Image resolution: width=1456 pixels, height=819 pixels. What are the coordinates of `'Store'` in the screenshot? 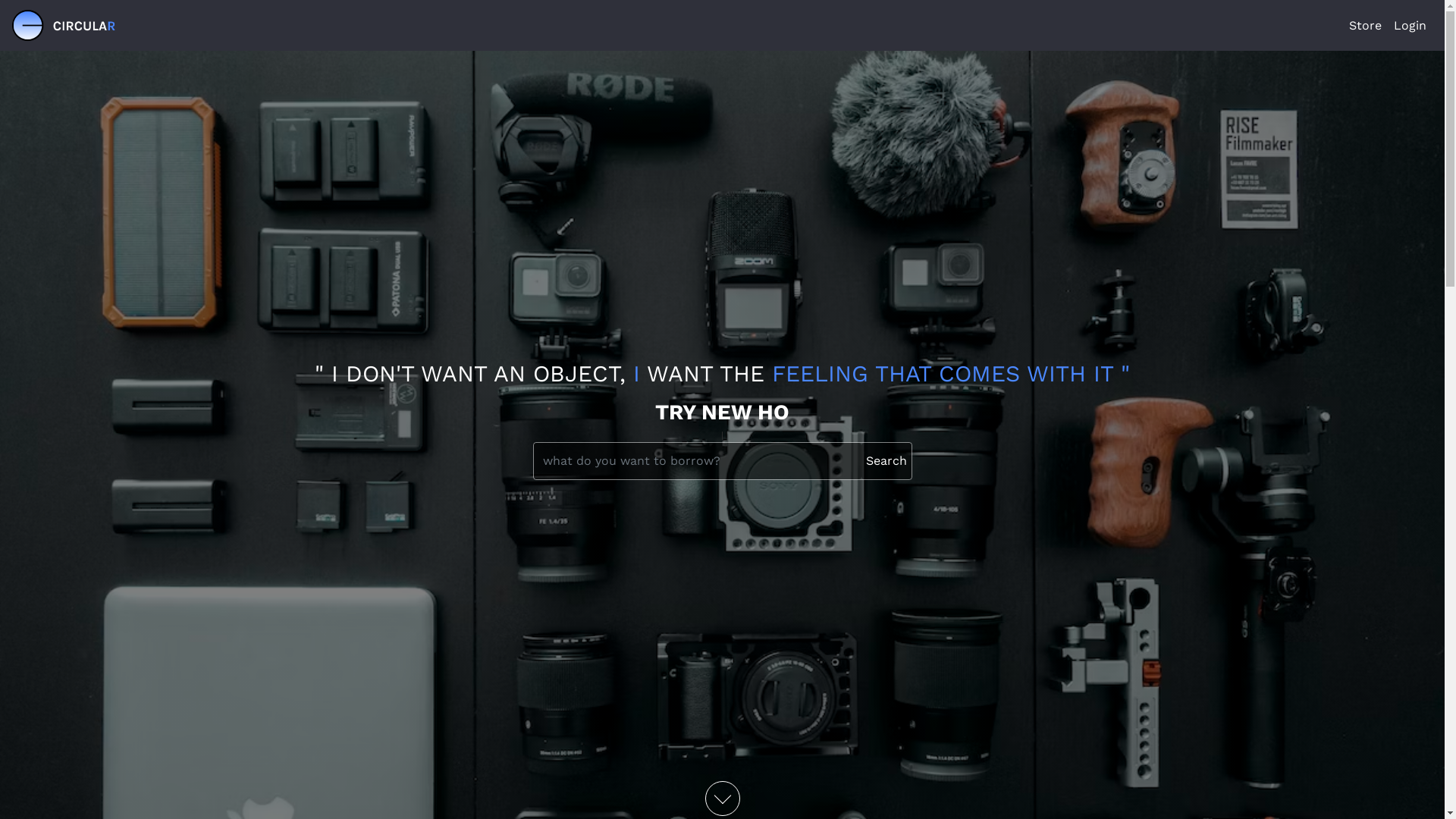 It's located at (1365, 26).